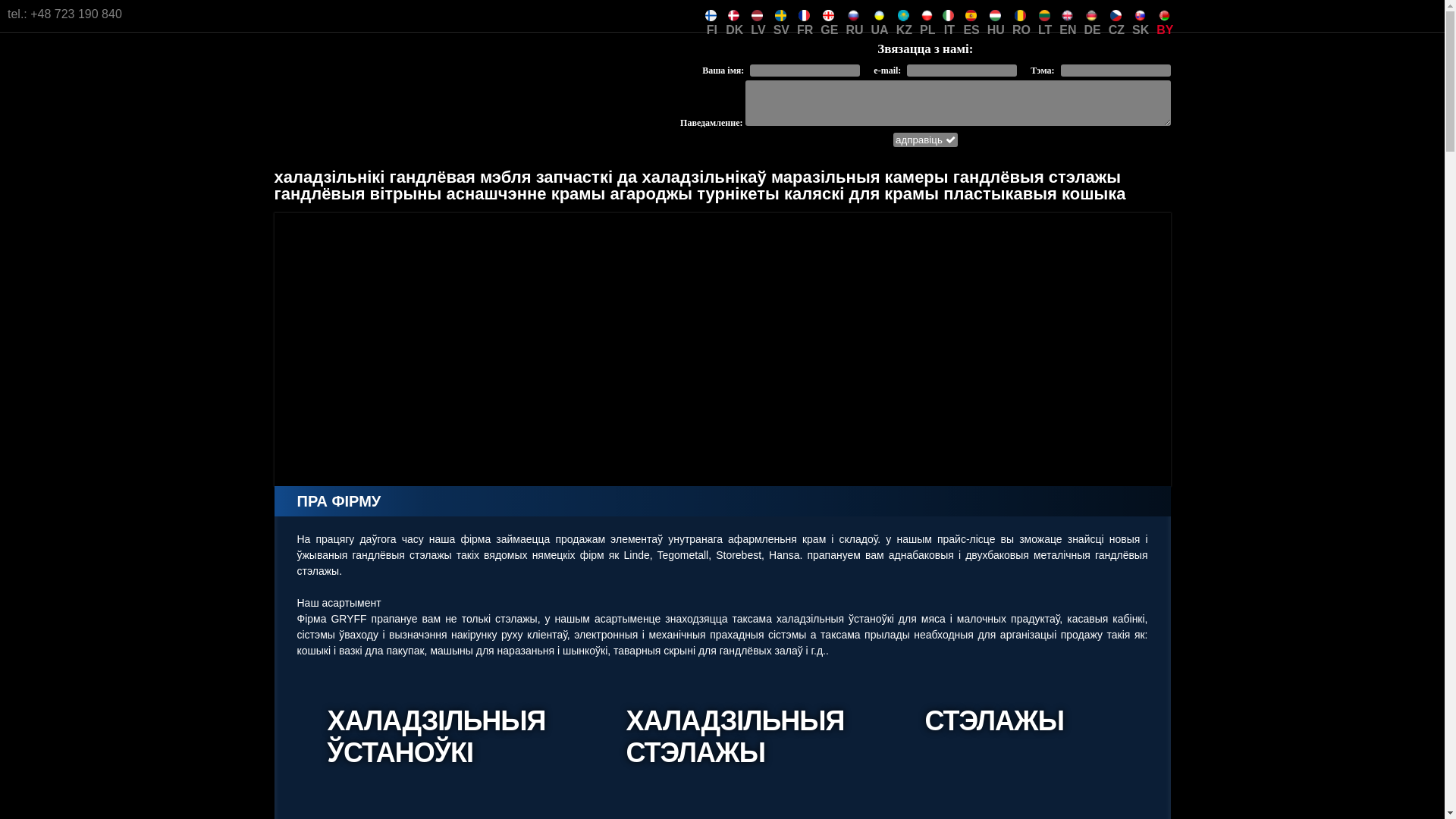 Image resolution: width=1456 pixels, height=819 pixels. I want to click on 'SV', so click(773, 14).